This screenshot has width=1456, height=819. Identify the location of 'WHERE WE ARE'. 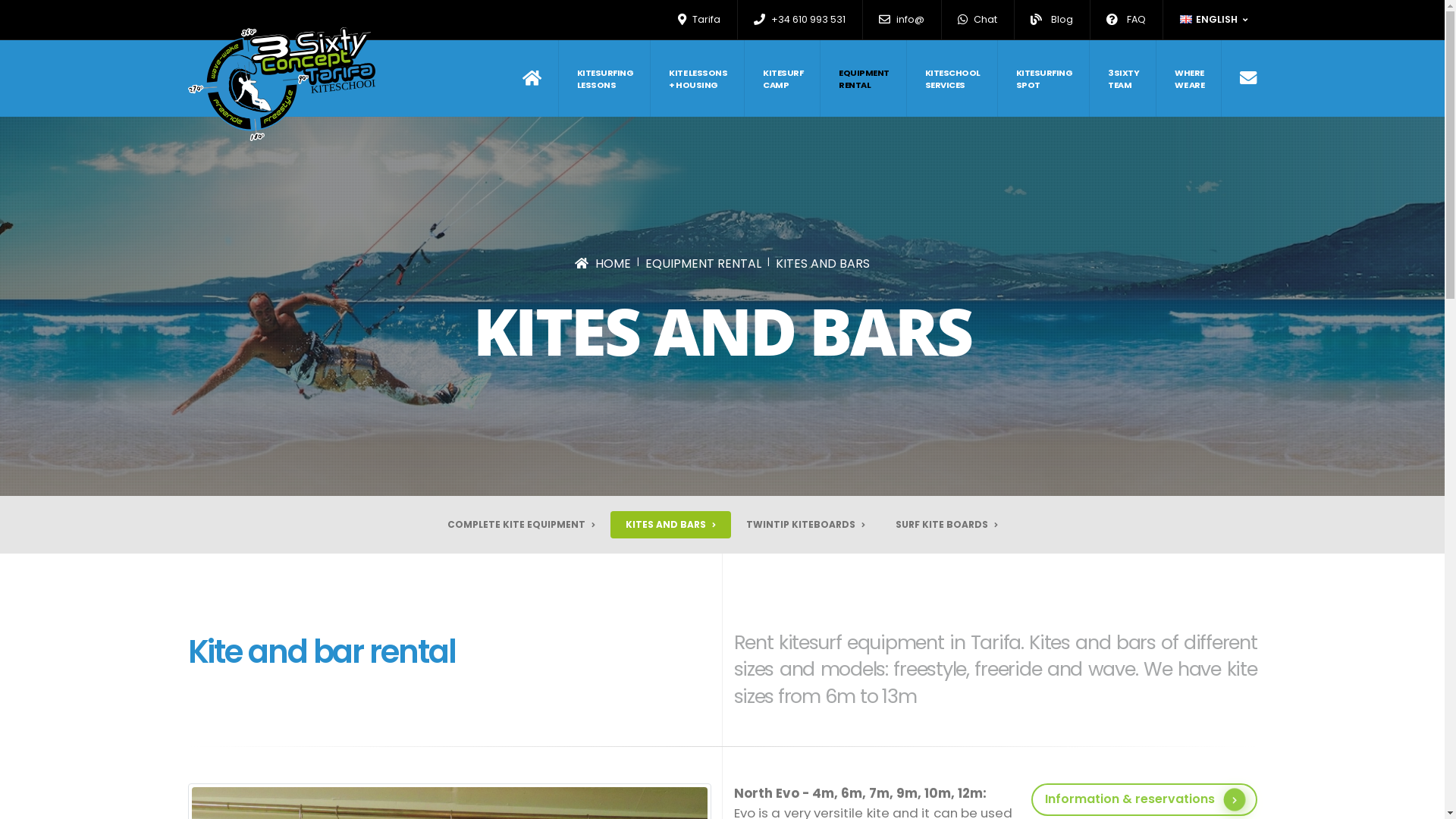
(1189, 78).